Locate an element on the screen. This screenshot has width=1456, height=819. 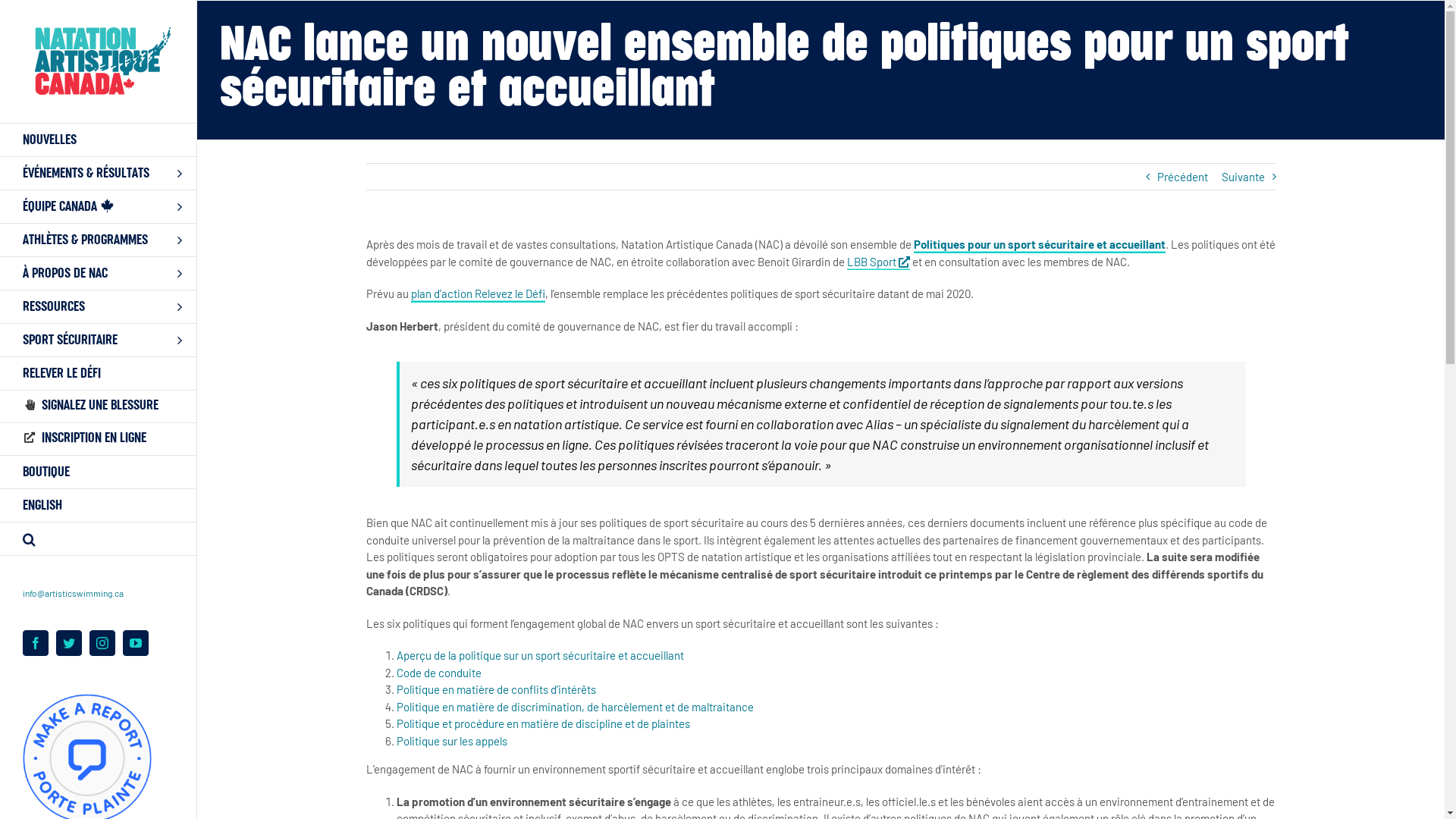
'Twitter' is located at coordinates (68, 643).